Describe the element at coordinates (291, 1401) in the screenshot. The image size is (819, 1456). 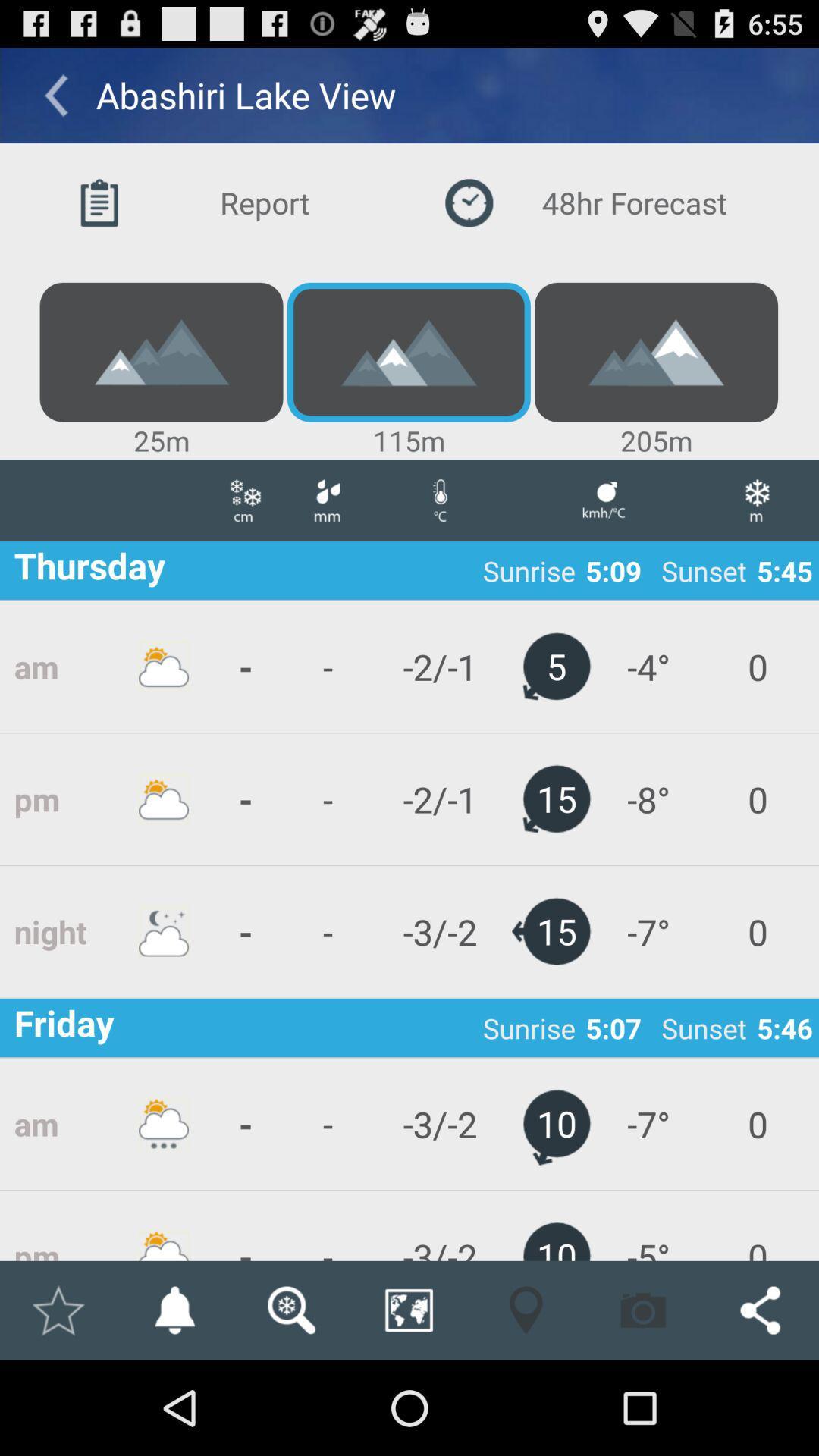
I see `the search icon` at that location.